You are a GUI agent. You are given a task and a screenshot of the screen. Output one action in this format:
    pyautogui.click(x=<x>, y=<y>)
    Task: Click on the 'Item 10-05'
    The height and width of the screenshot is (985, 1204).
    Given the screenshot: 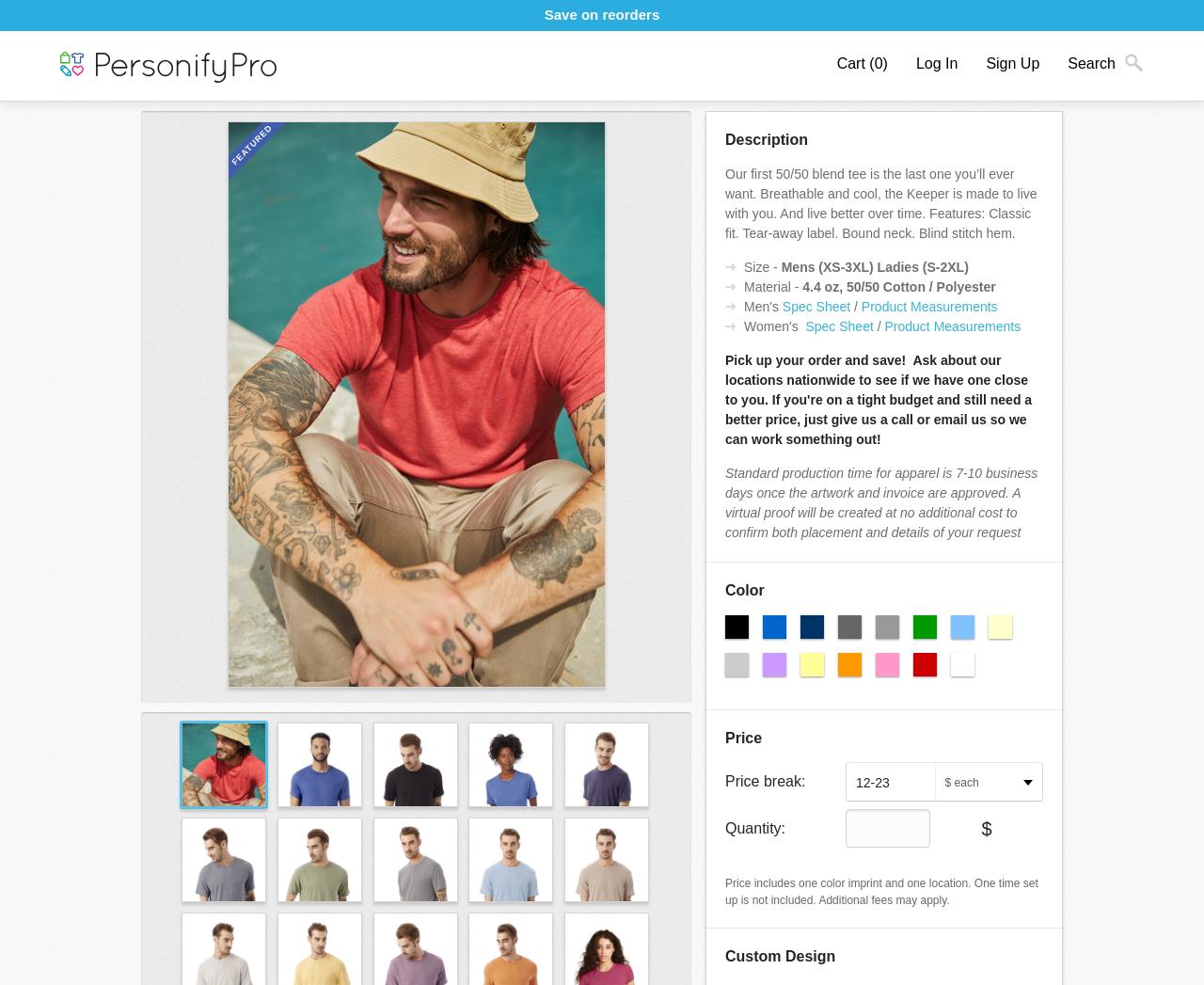 What is the action you would take?
    pyautogui.click(x=172, y=70)
    